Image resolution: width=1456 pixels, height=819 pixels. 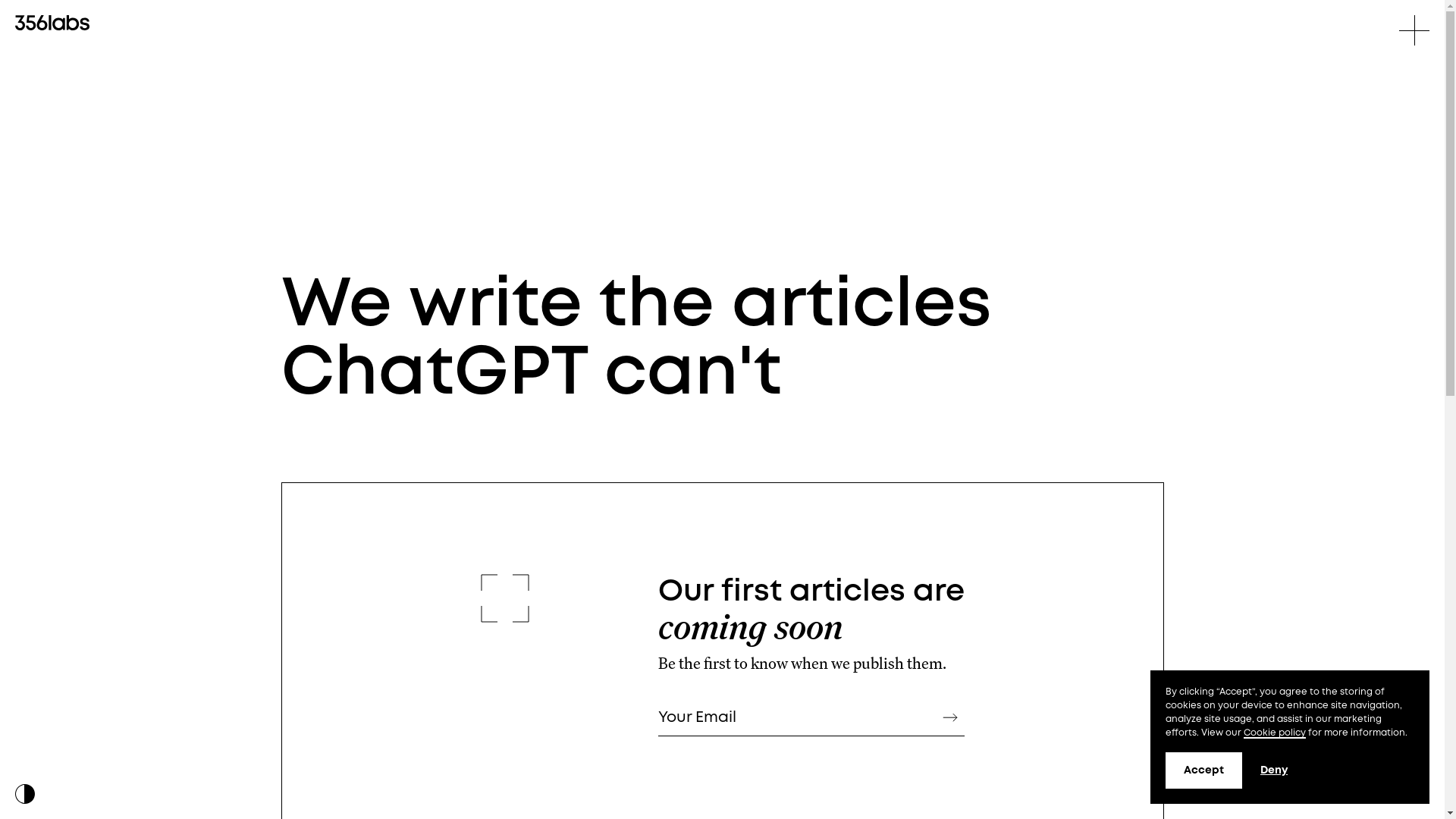 I want to click on 'Cookie policy', so click(x=1274, y=733).